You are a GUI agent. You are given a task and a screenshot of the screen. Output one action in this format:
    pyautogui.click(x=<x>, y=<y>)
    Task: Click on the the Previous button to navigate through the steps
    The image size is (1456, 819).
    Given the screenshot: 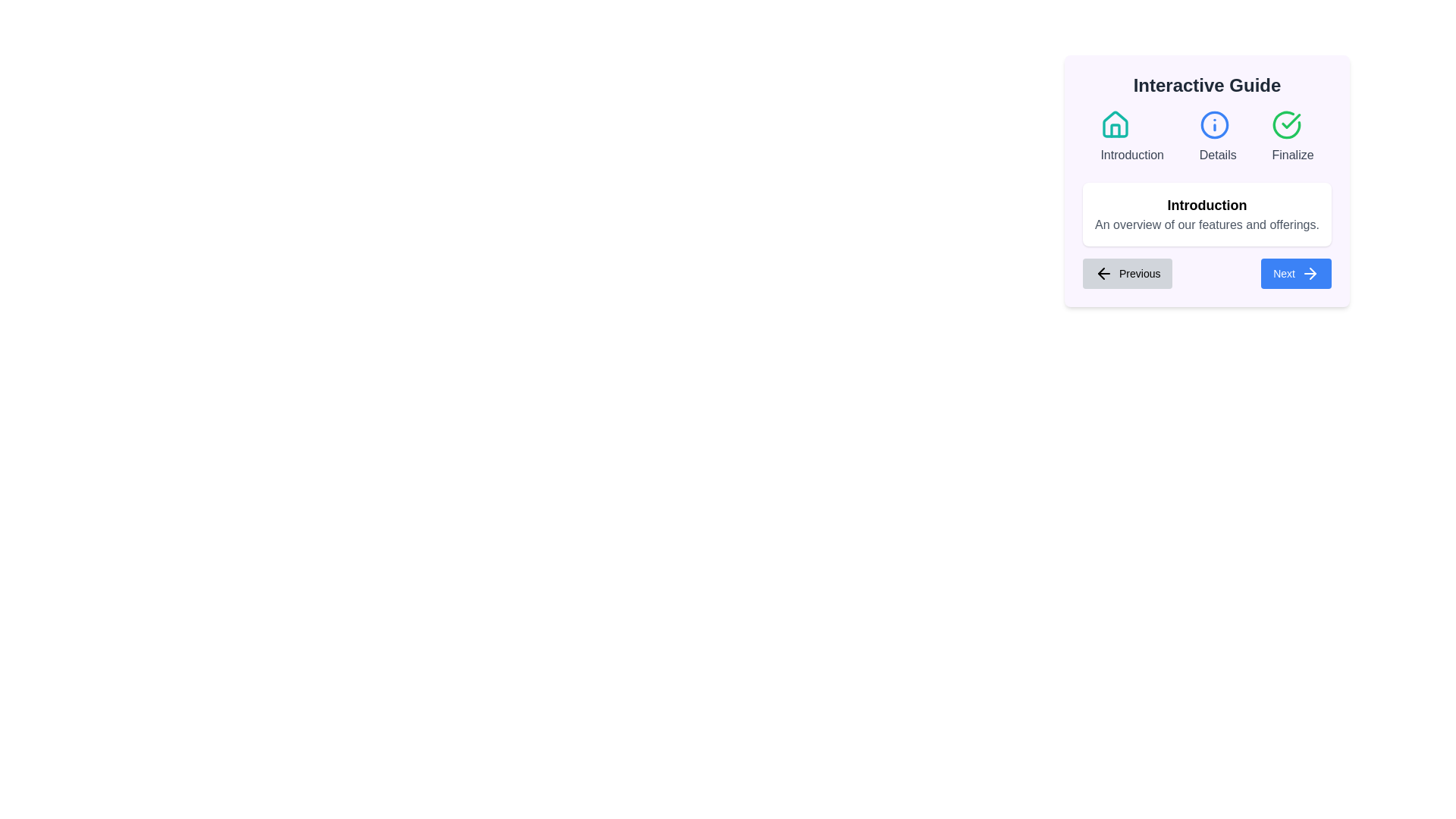 What is the action you would take?
    pyautogui.click(x=1128, y=274)
    